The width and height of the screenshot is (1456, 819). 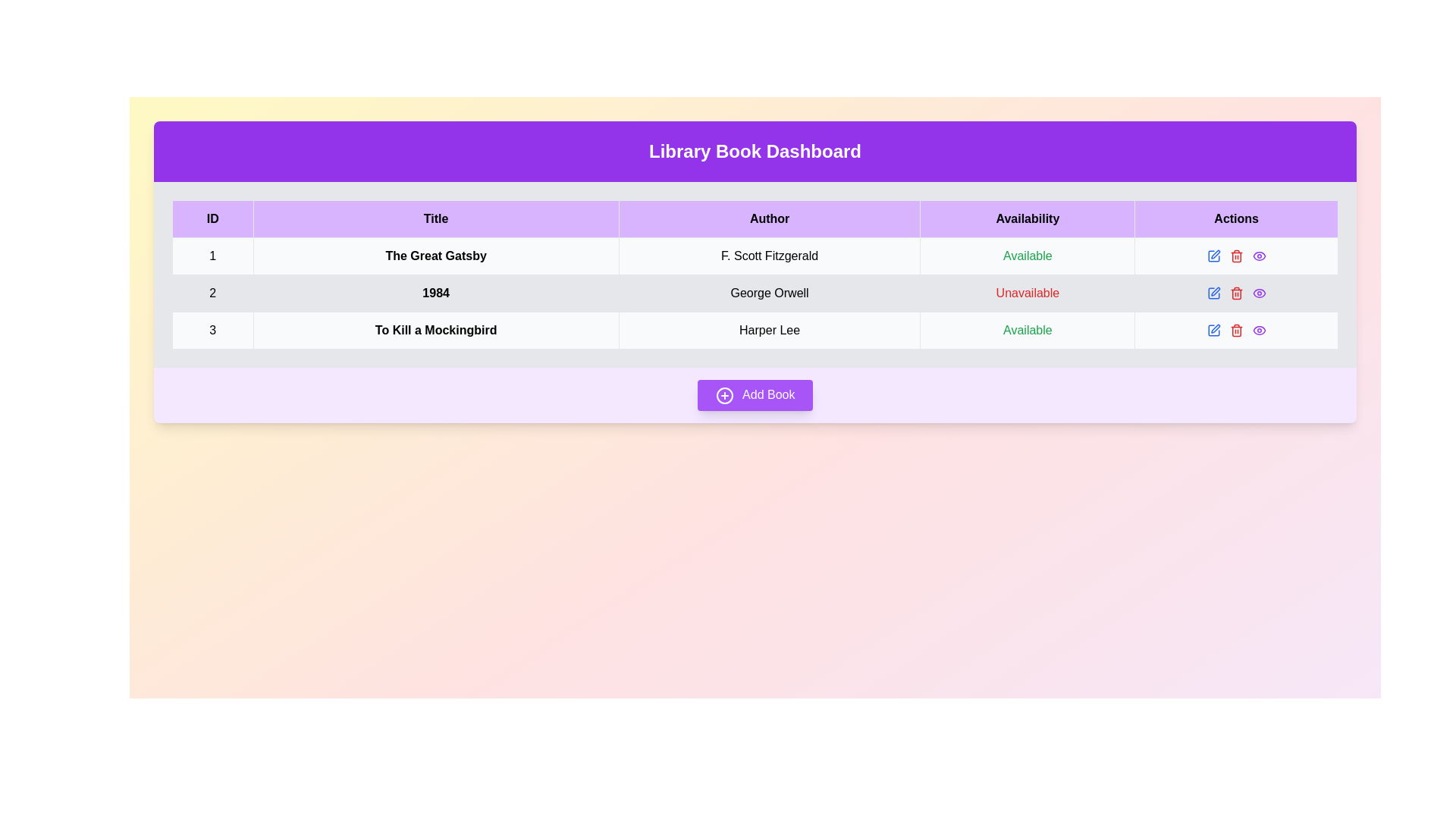 I want to click on the pen icon button in the Actions column of the last row for the book 'To Kill a Mockingbird', so click(x=1216, y=328).